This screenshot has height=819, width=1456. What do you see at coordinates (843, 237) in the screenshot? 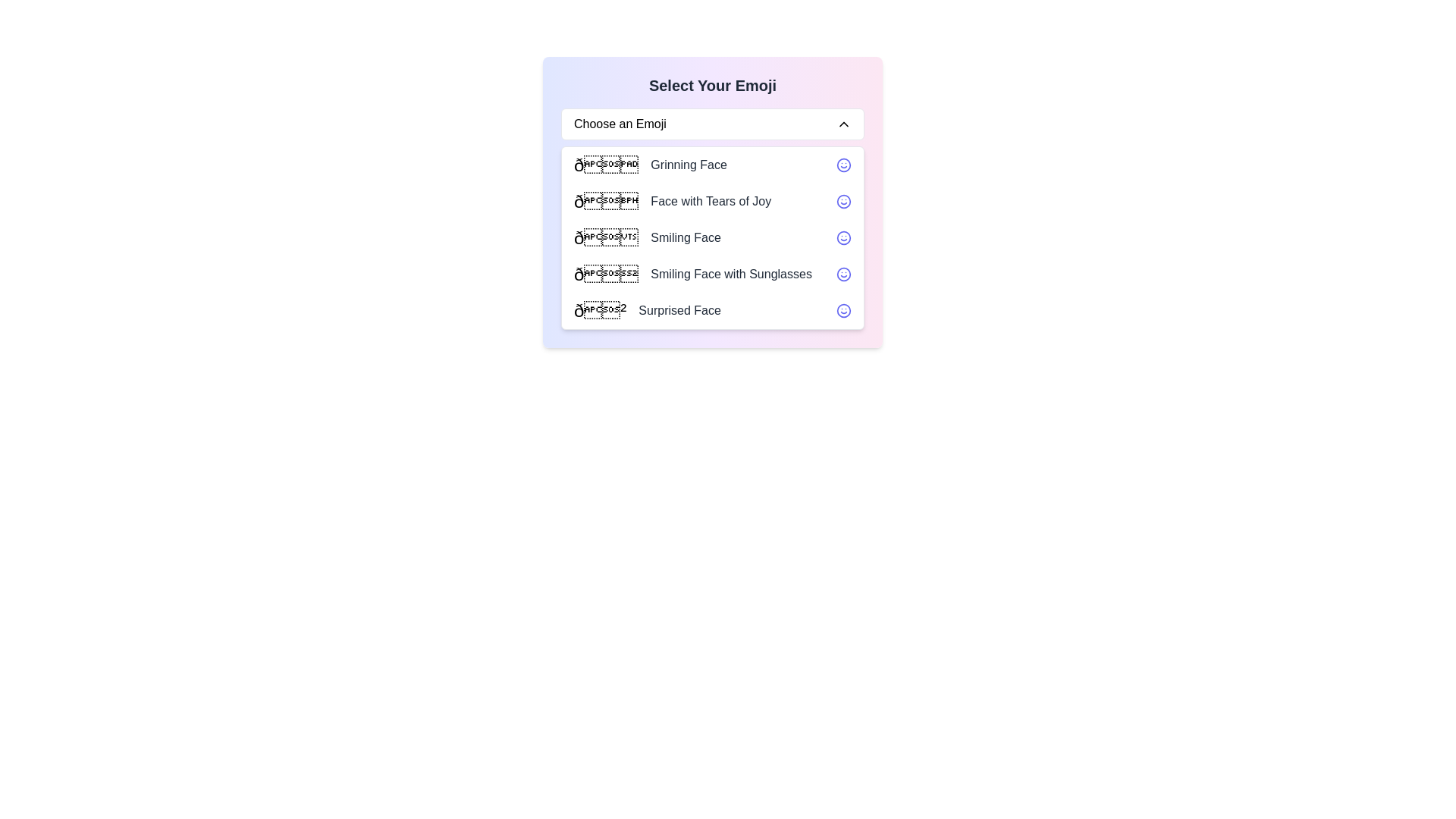
I see `the indigo circular element within the SVG icon representing a smiling face, located in the third entry of the 'Select Your Emoji' dropdown list` at bounding box center [843, 237].